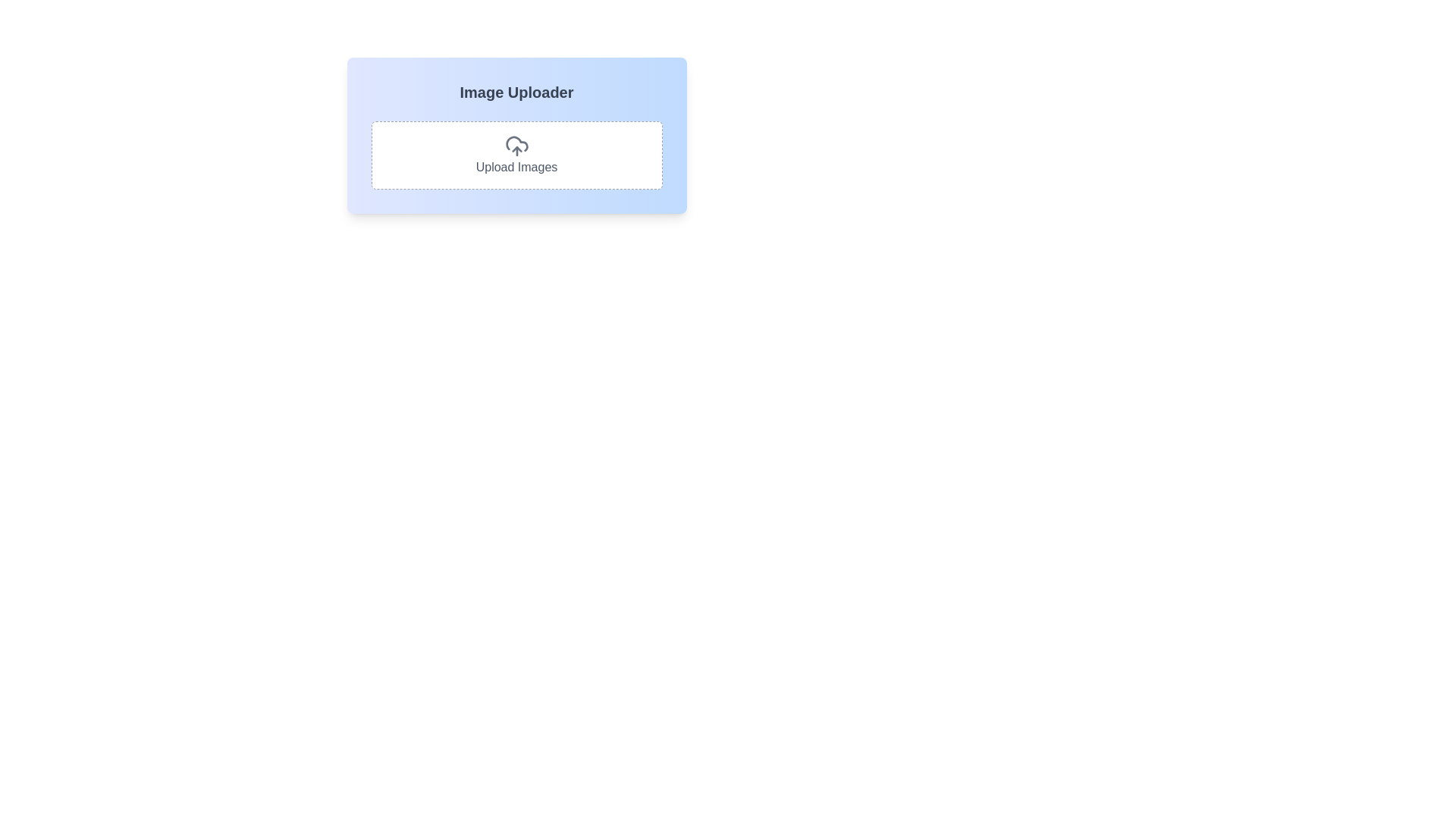  What do you see at coordinates (516, 155) in the screenshot?
I see `the 'Upload Images' button, which is a rectangular area with a dashed border, containing a cloud icon with an upward arrow and the text 'Upload Images' below it, located in the 'Image Uploader' section` at bounding box center [516, 155].